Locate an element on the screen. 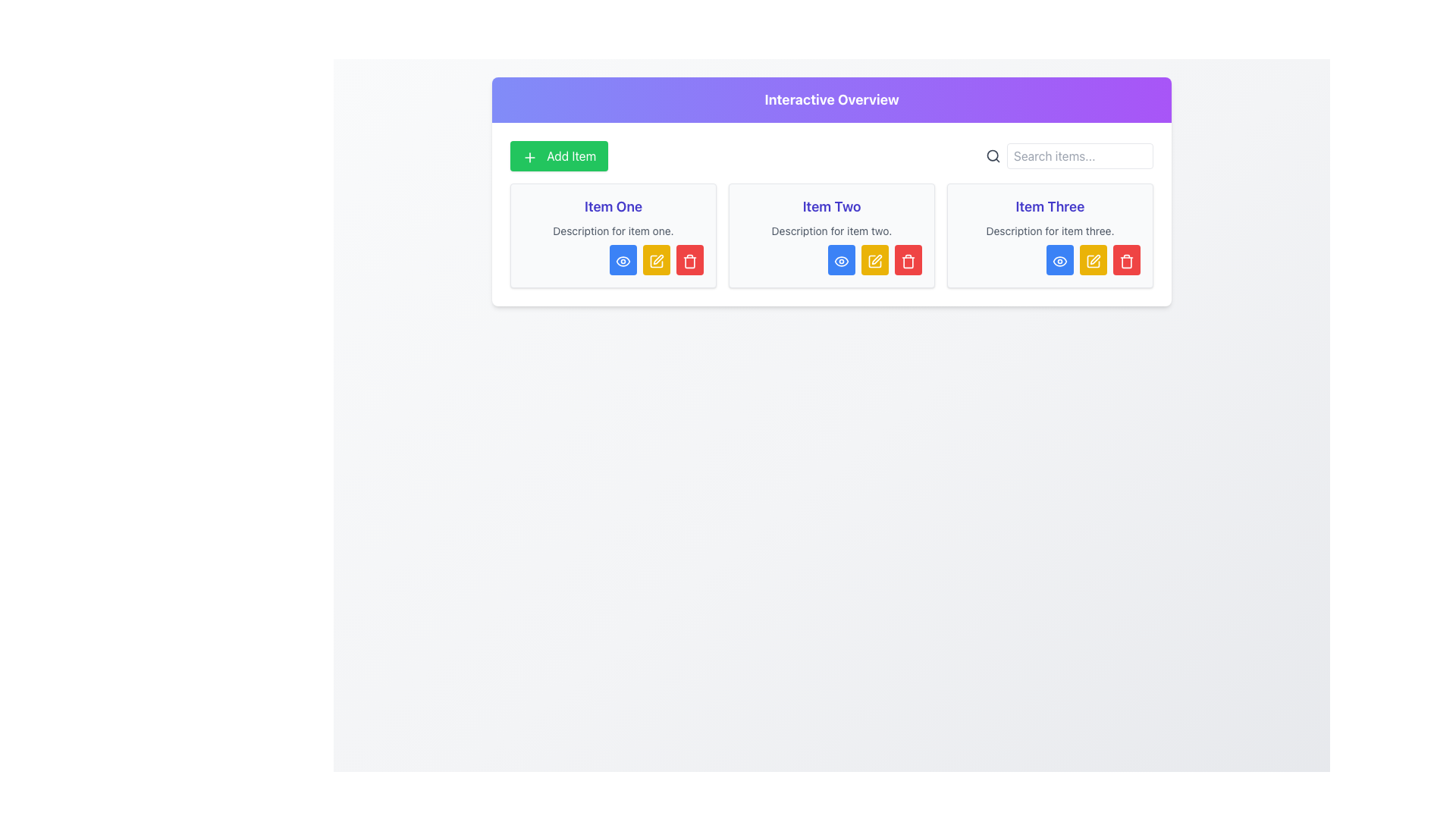 The width and height of the screenshot is (1456, 819). the central portion of the trash bin icon in the lower-right corner of the 'Item Two' card is located at coordinates (689, 262).